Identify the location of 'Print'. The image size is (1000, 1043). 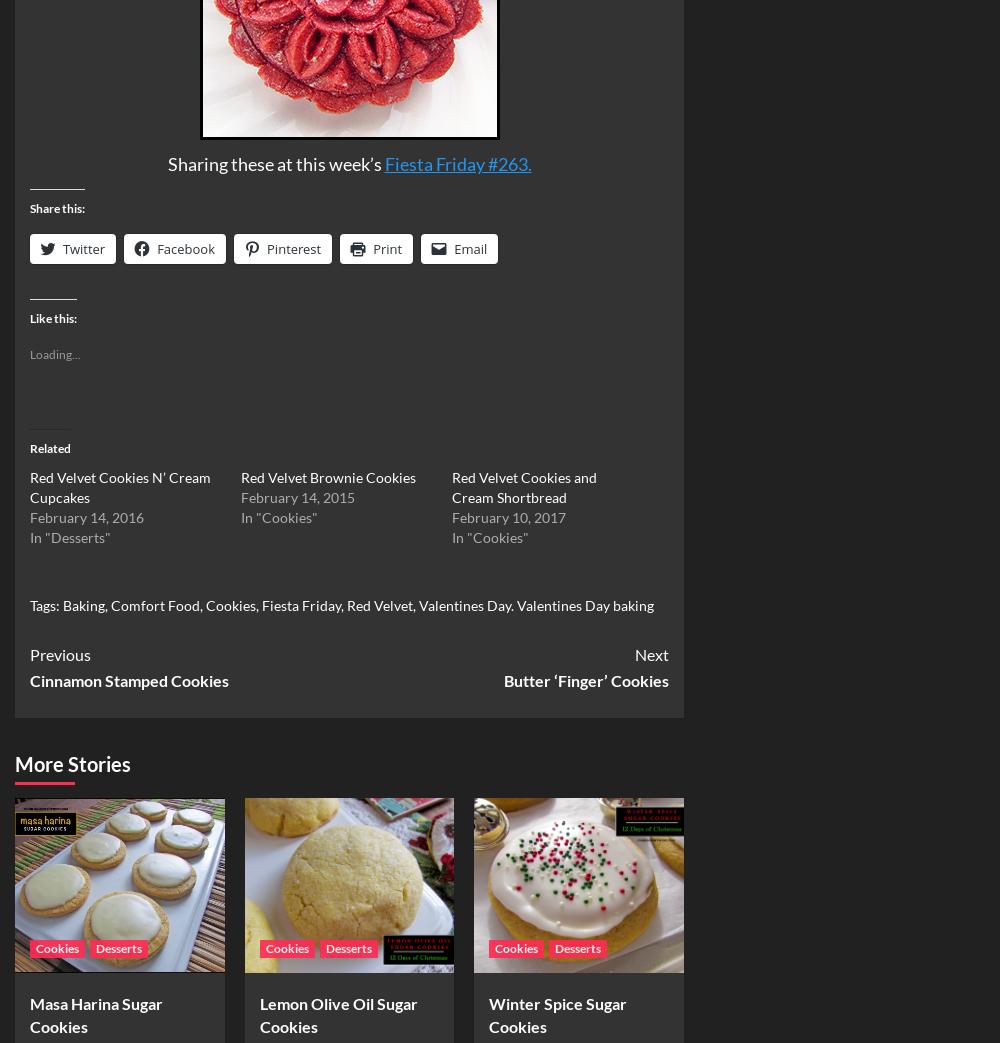
(387, 248).